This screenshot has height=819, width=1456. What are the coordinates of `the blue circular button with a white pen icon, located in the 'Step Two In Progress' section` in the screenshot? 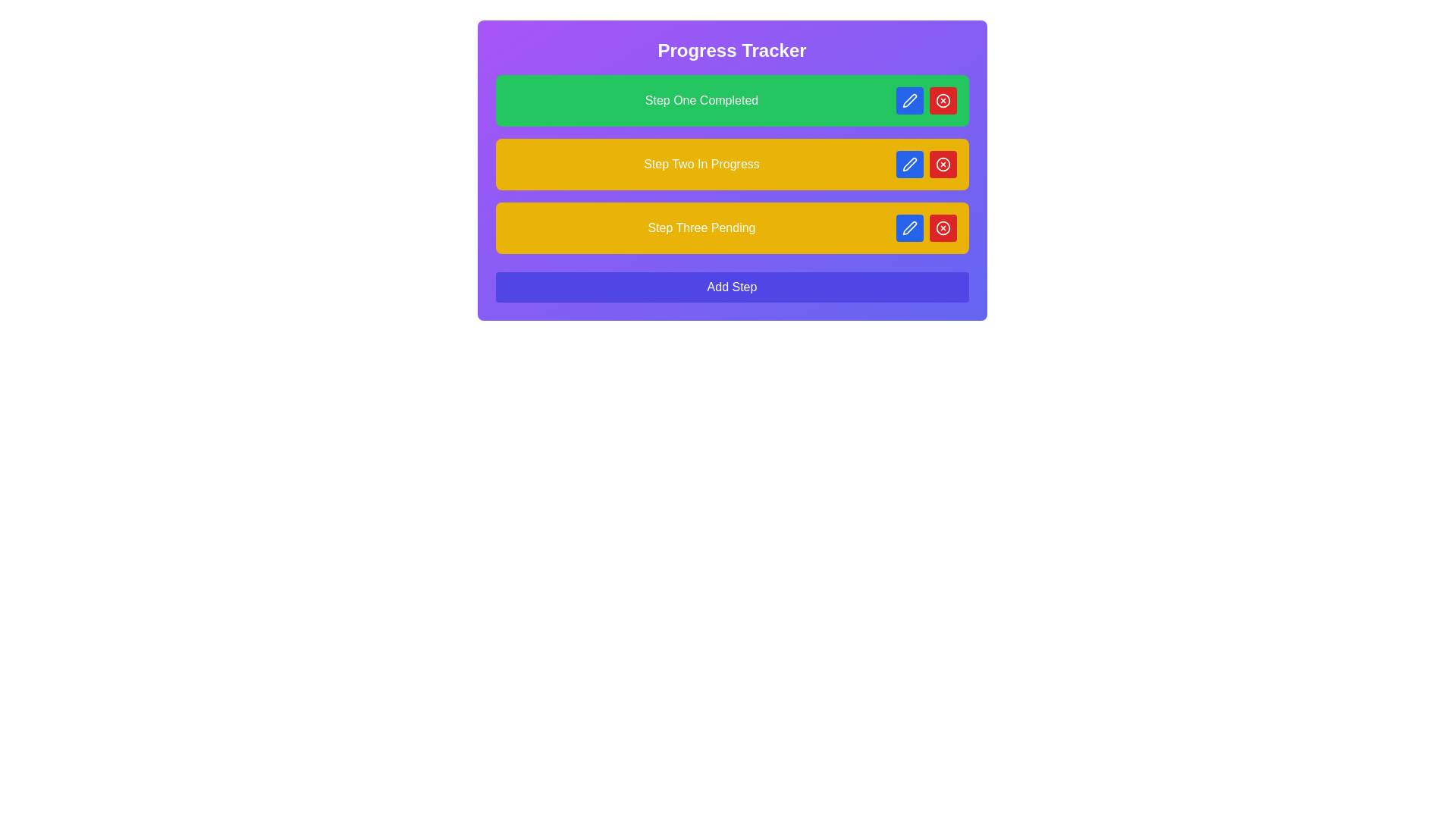 It's located at (909, 164).